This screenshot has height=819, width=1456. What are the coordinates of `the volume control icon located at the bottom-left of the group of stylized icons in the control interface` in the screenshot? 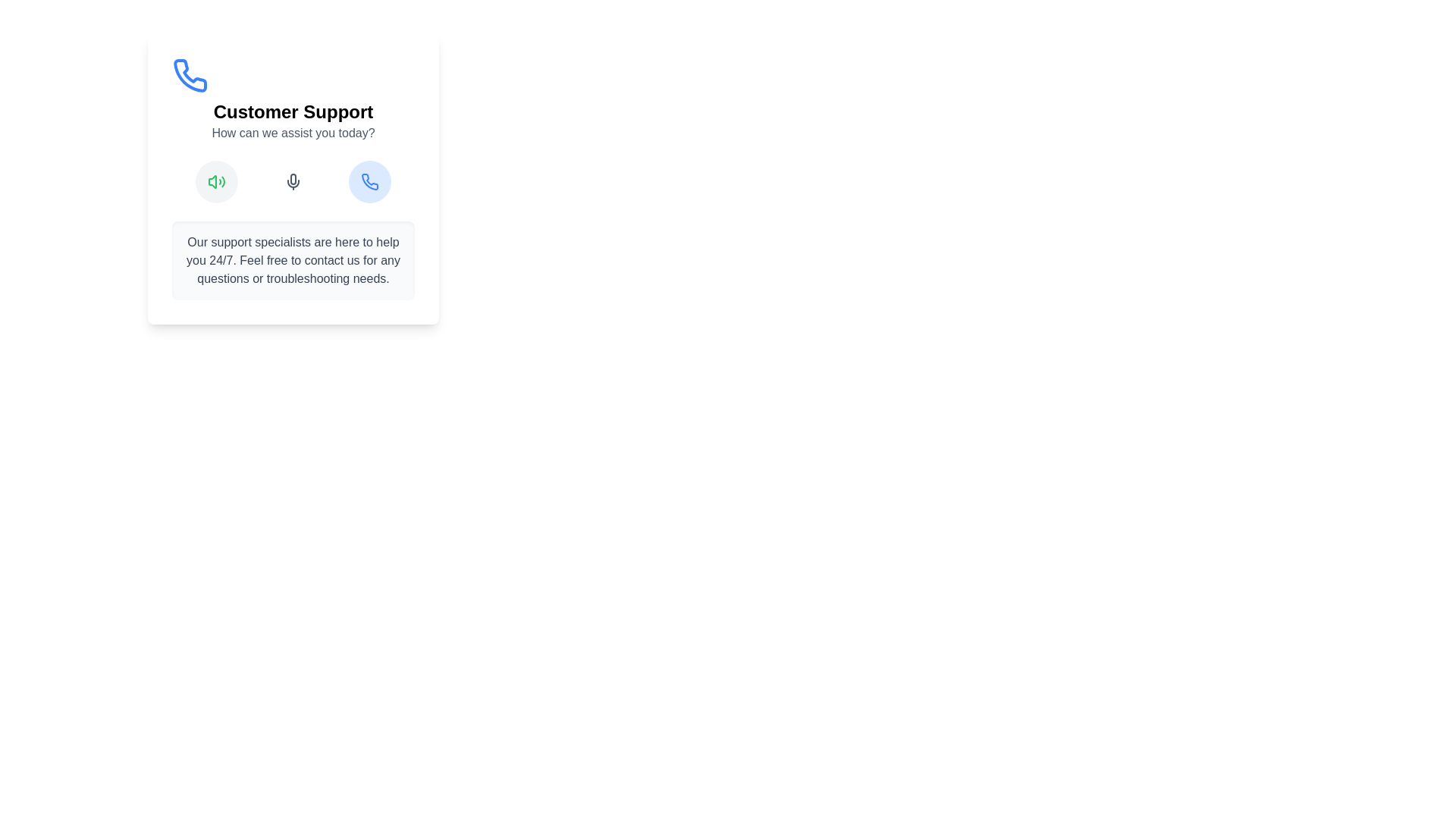 It's located at (212, 180).